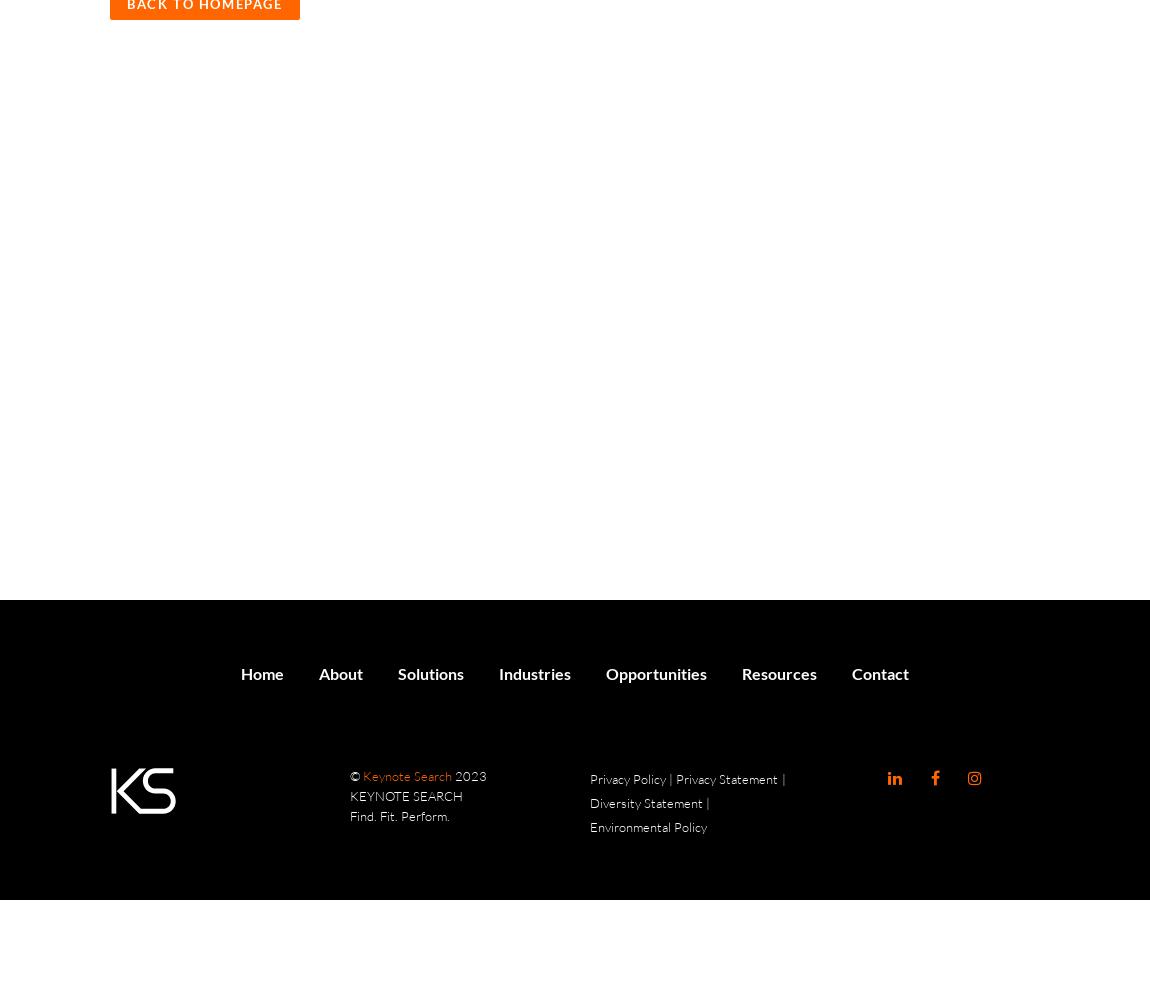 This screenshot has height=1000, width=1150. I want to click on 'About', so click(319, 673).